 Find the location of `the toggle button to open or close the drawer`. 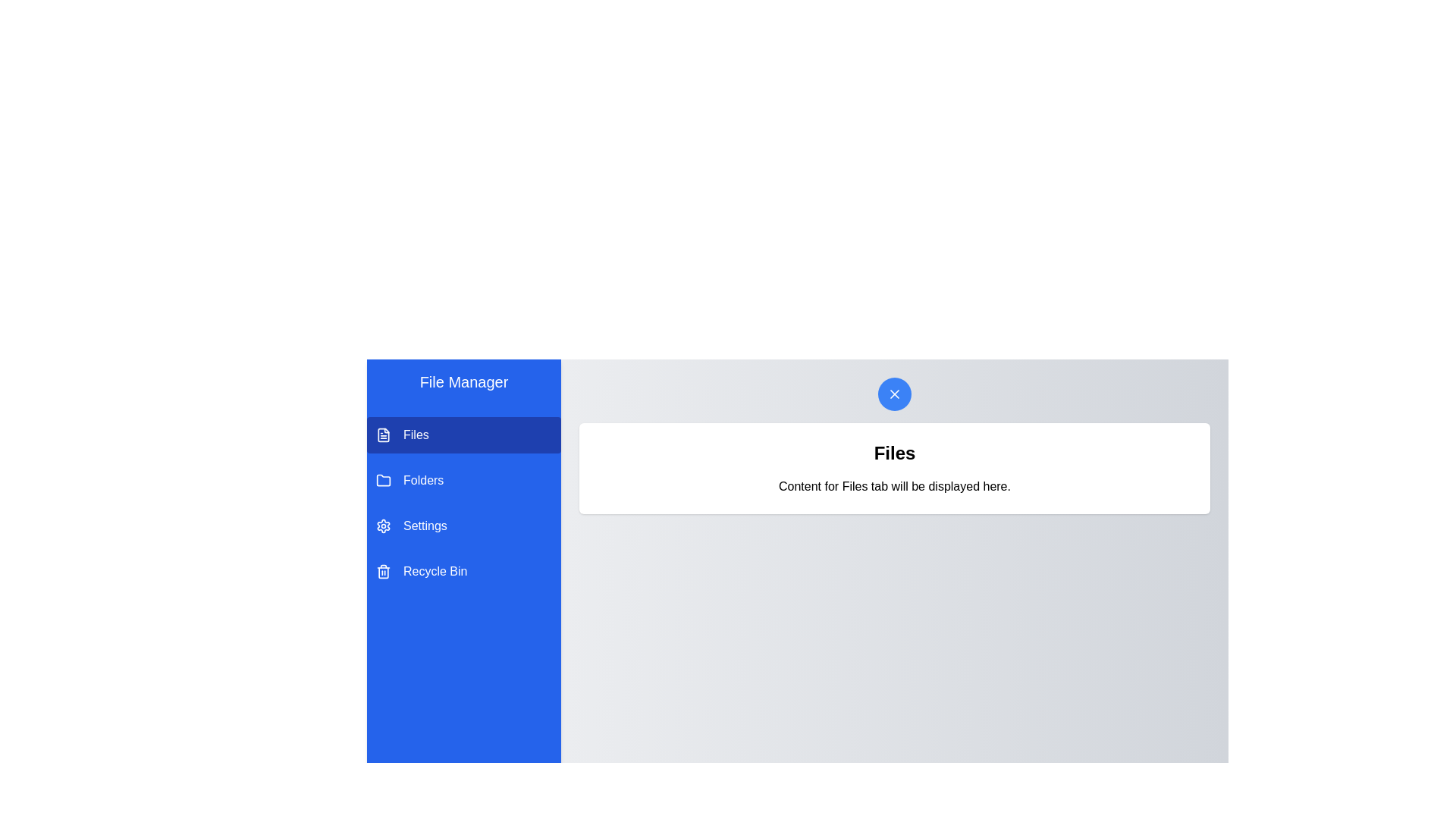

the toggle button to open or close the drawer is located at coordinates (895, 394).